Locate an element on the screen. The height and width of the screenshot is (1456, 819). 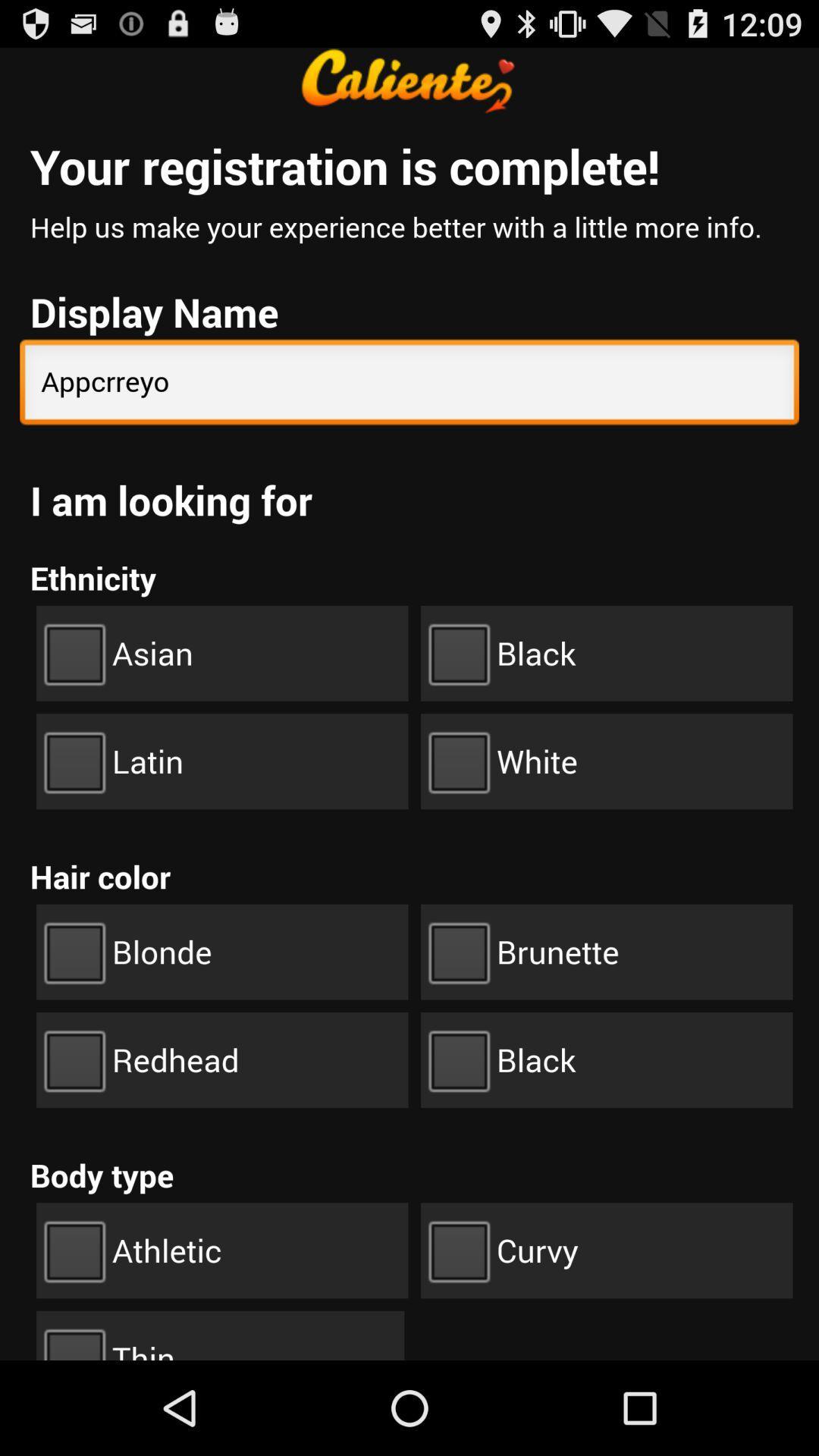
the check box  block is located at coordinates (606, 654).